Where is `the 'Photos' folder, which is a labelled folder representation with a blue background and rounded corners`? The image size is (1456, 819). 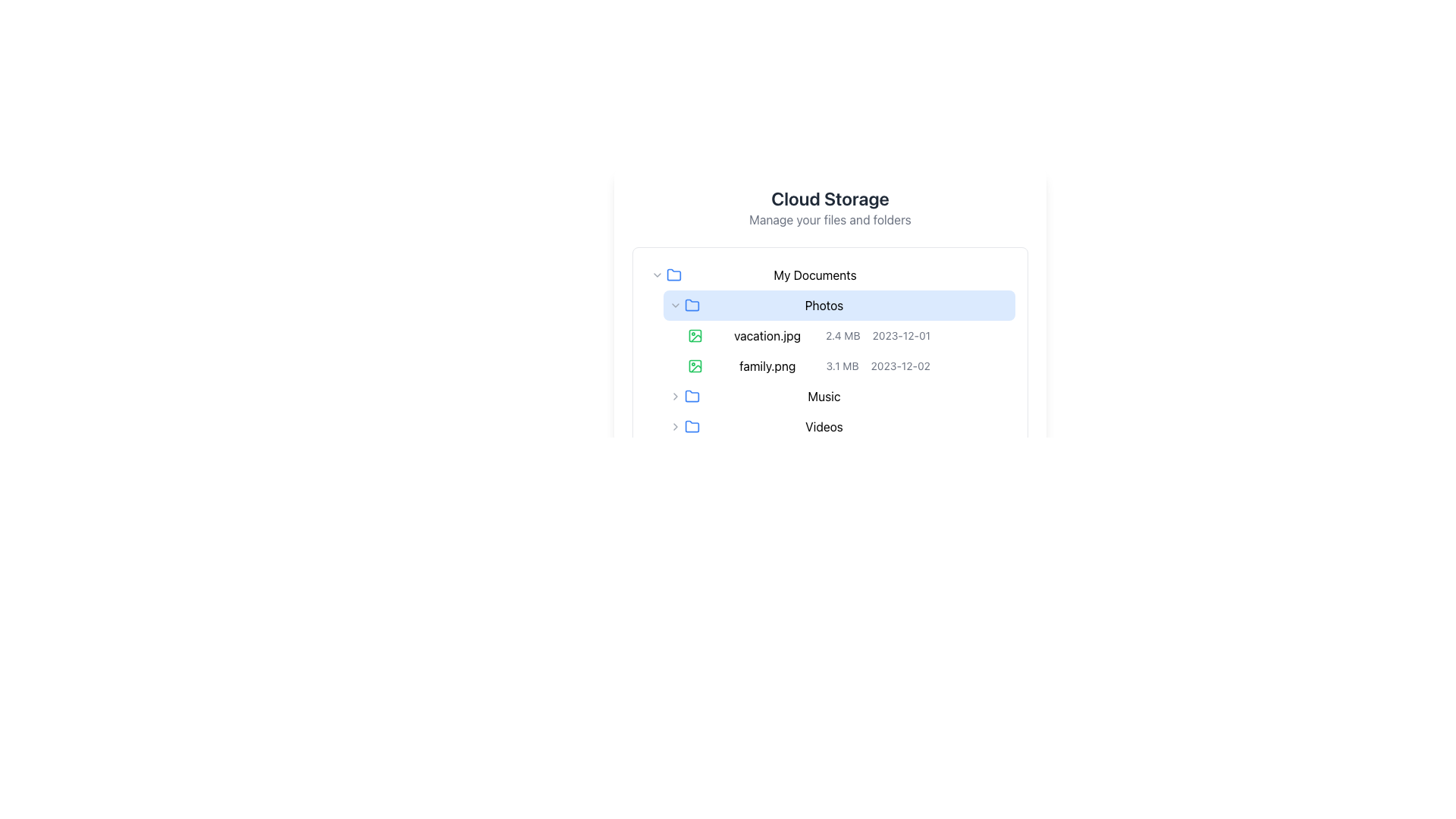
the 'Photos' folder, which is a labelled folder representation with a blue background and rounded corners is located at coordinates (839, 305).